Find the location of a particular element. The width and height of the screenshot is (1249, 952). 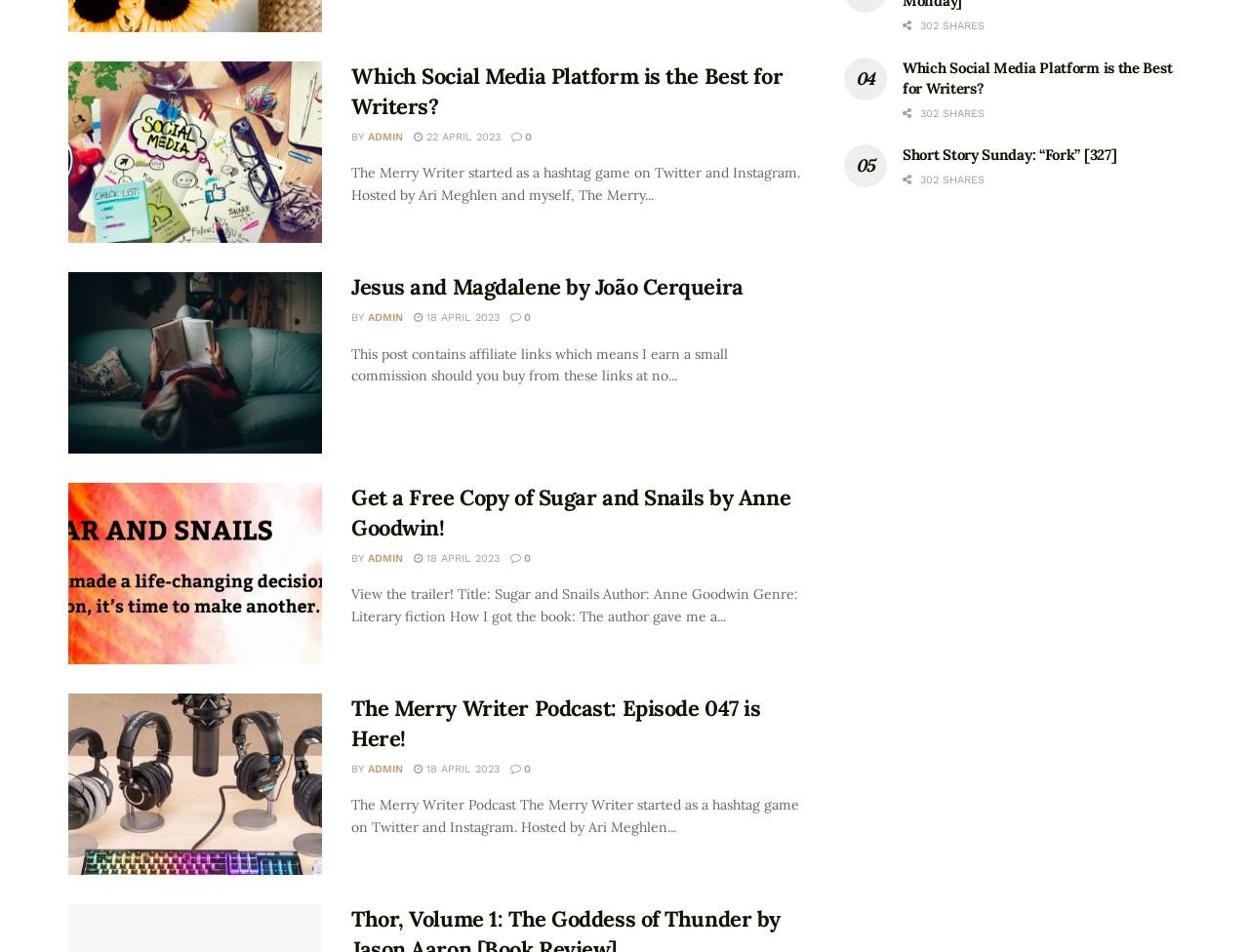

'Short Story Sunday: “Fork” [327]' is located at coordinates (1009, 153).